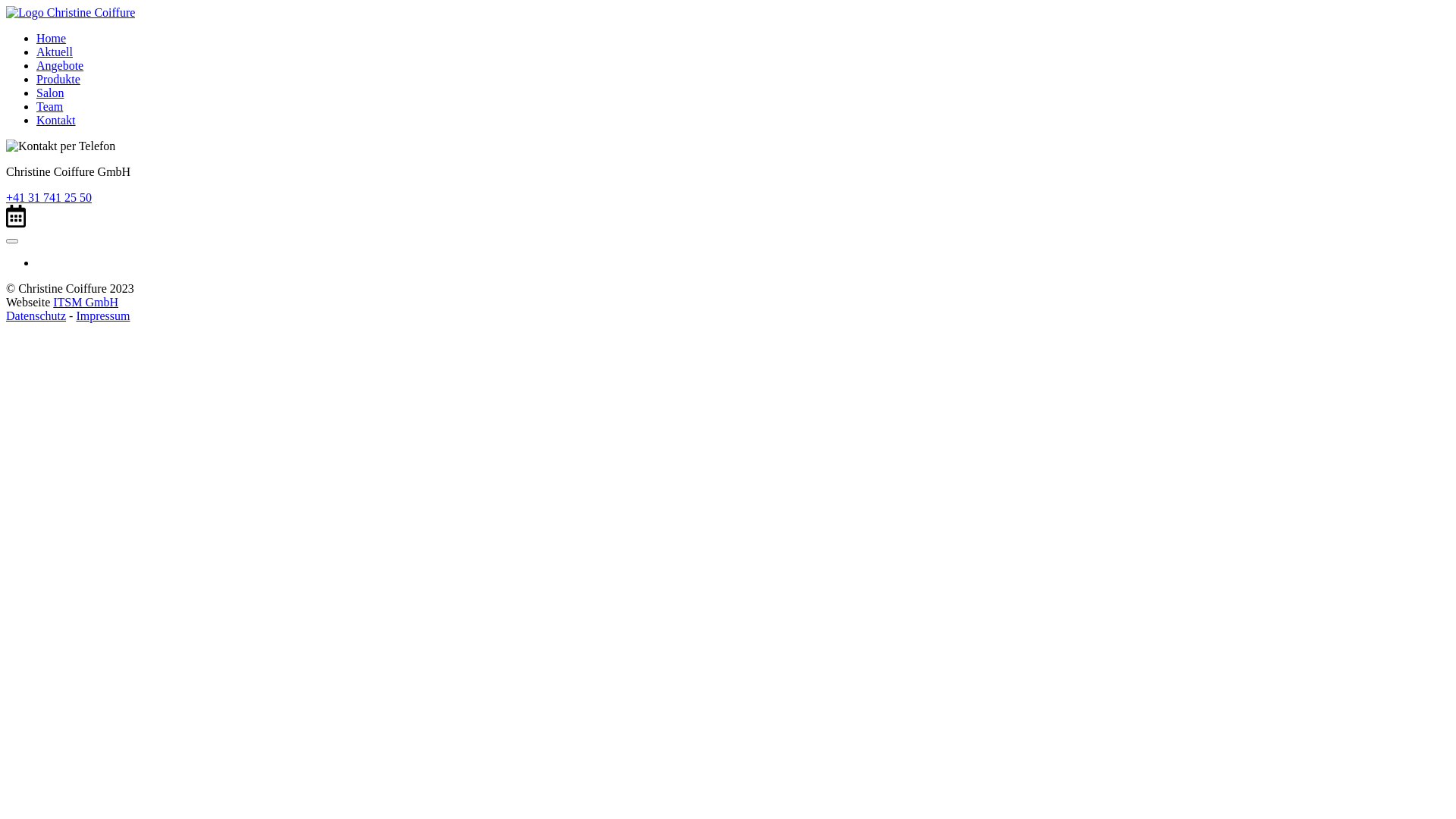  I want to click on 'Christine Coiffure', so click(6, 12).